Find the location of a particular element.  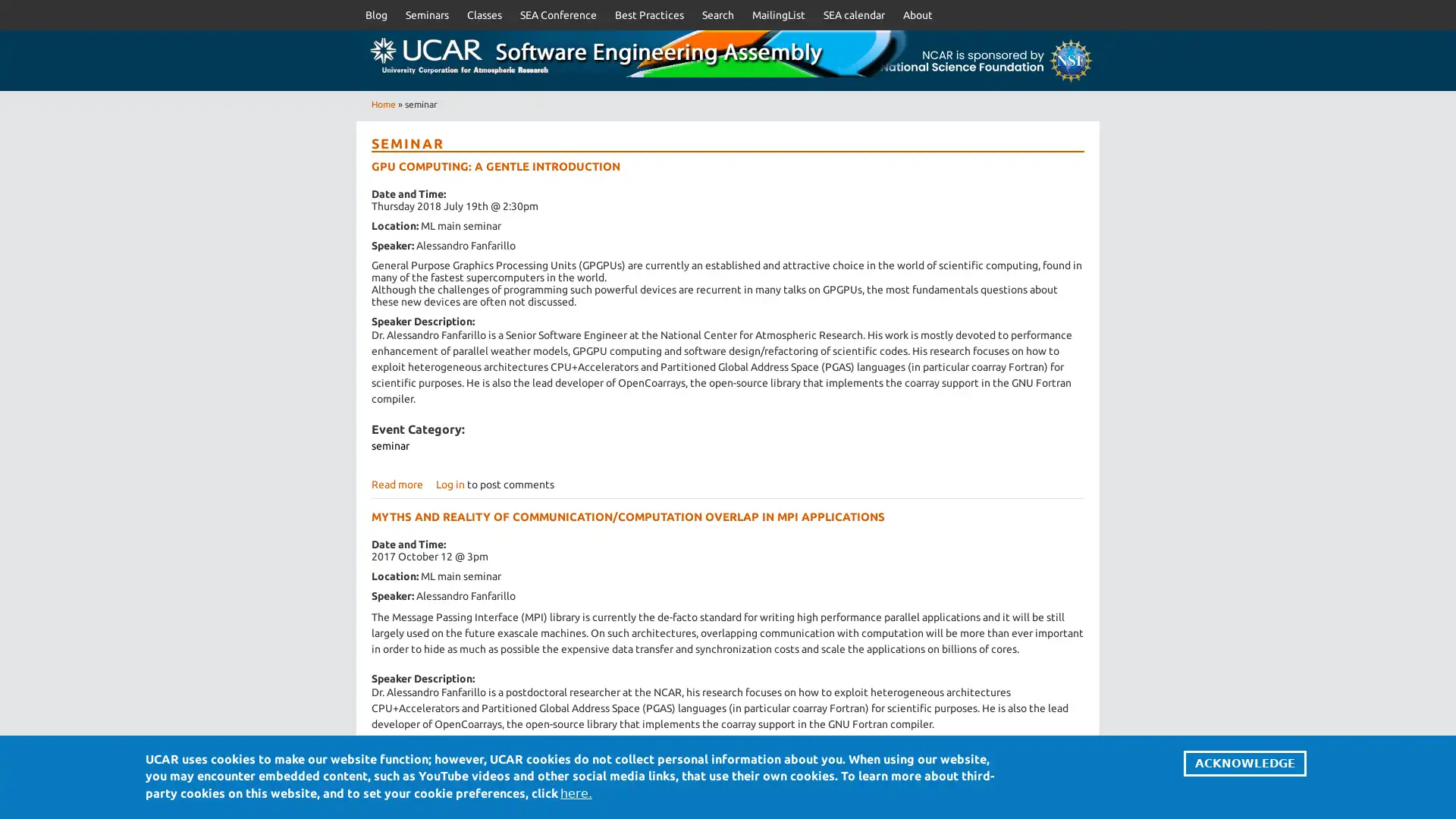

ACKNOWLEDGE is located at coordinates (1244, 763).